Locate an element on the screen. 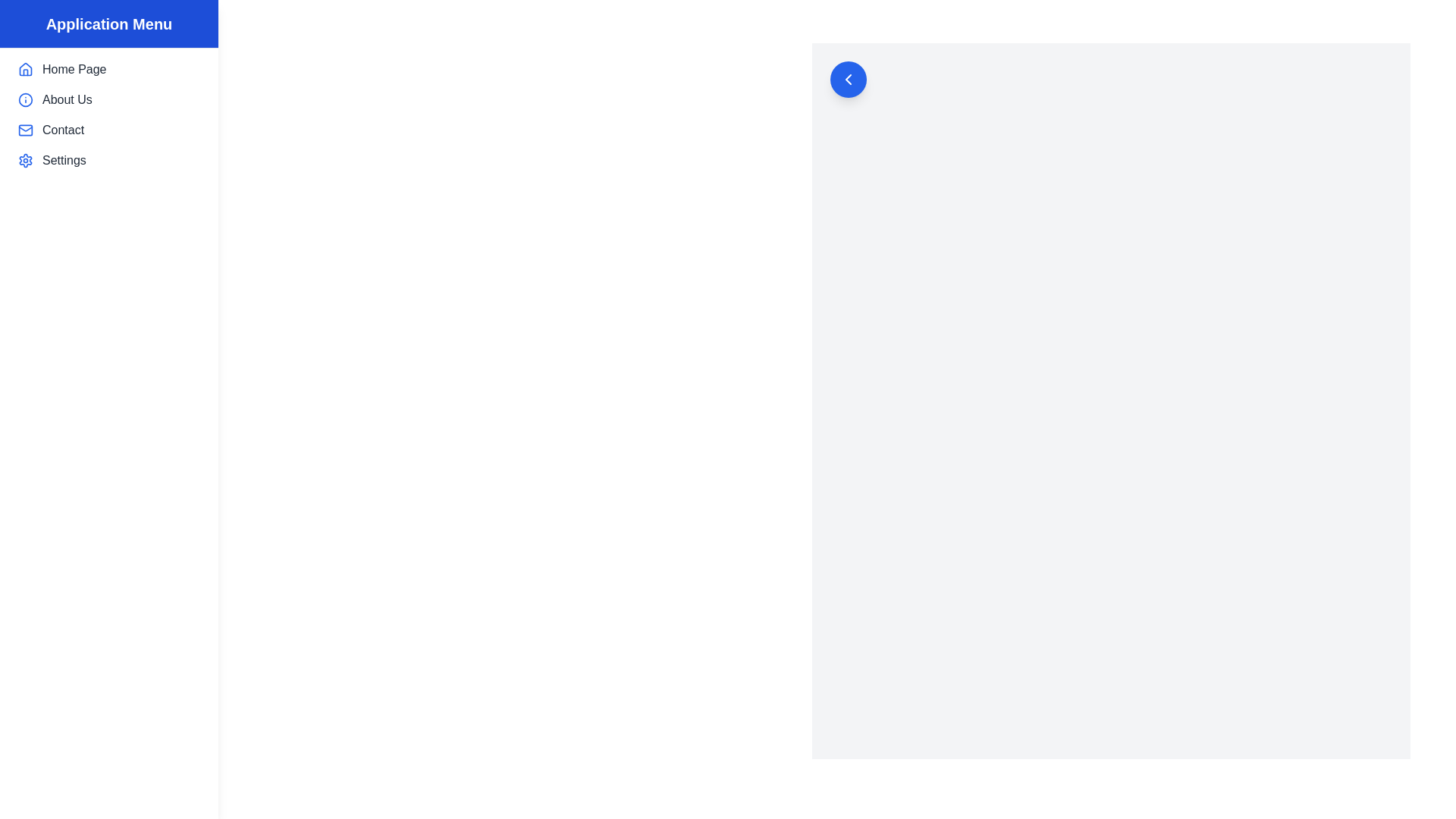 This screenshot has height=819, width=1456. the left-pointing chevron icon representing the back navigation button, which is centrally located within a circular button with a blue background and white border, to trigger a tooltip or visual feedback is located at coordinates (847, 79).